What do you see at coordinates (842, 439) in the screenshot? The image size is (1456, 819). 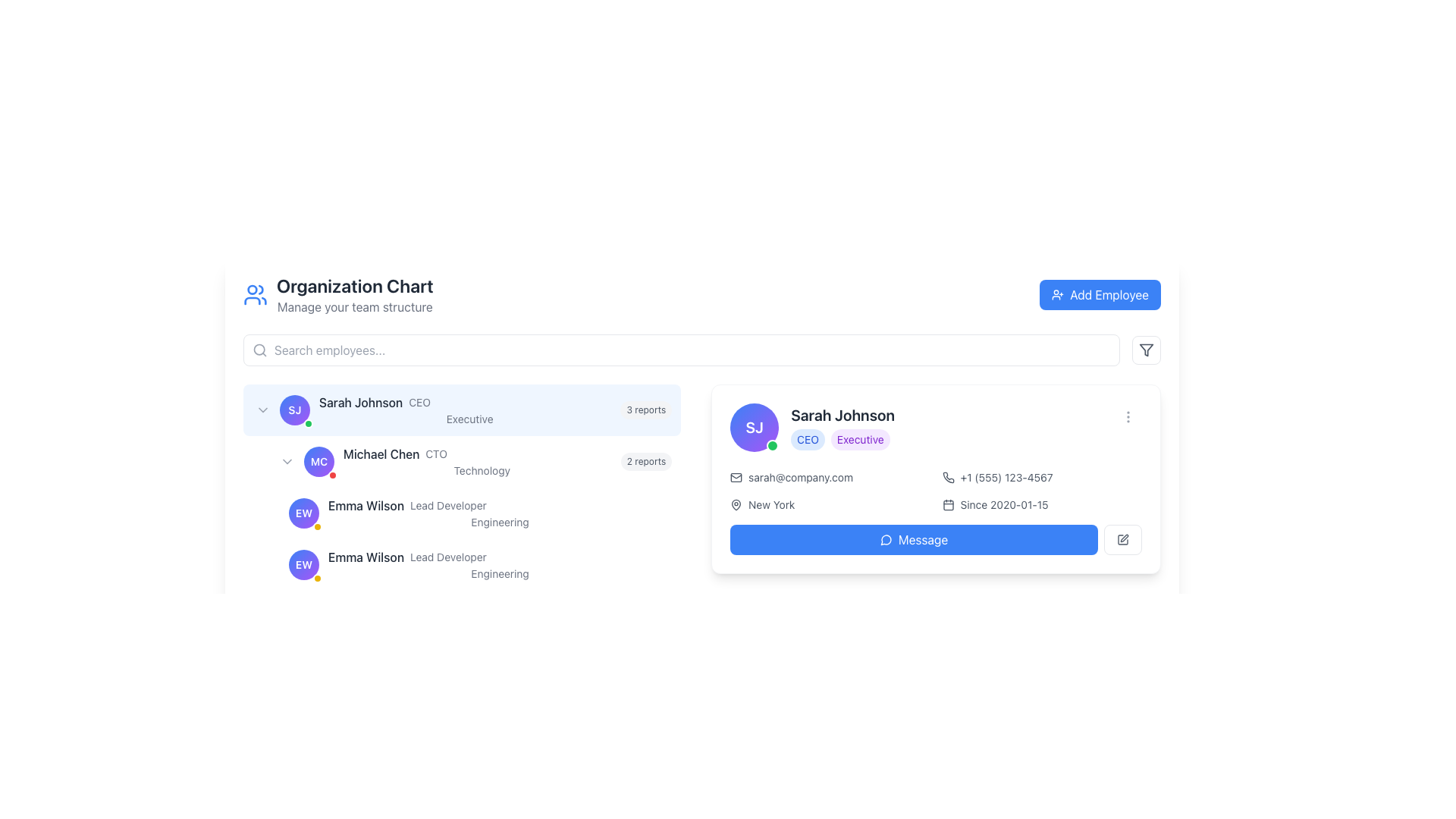 I see `text from the badges labeled 'CEO' and 'Executive', which are styled as rounded badges and located under the name 'Sarah Johnson' in the detailed information card` at bounding box center [842, 439].